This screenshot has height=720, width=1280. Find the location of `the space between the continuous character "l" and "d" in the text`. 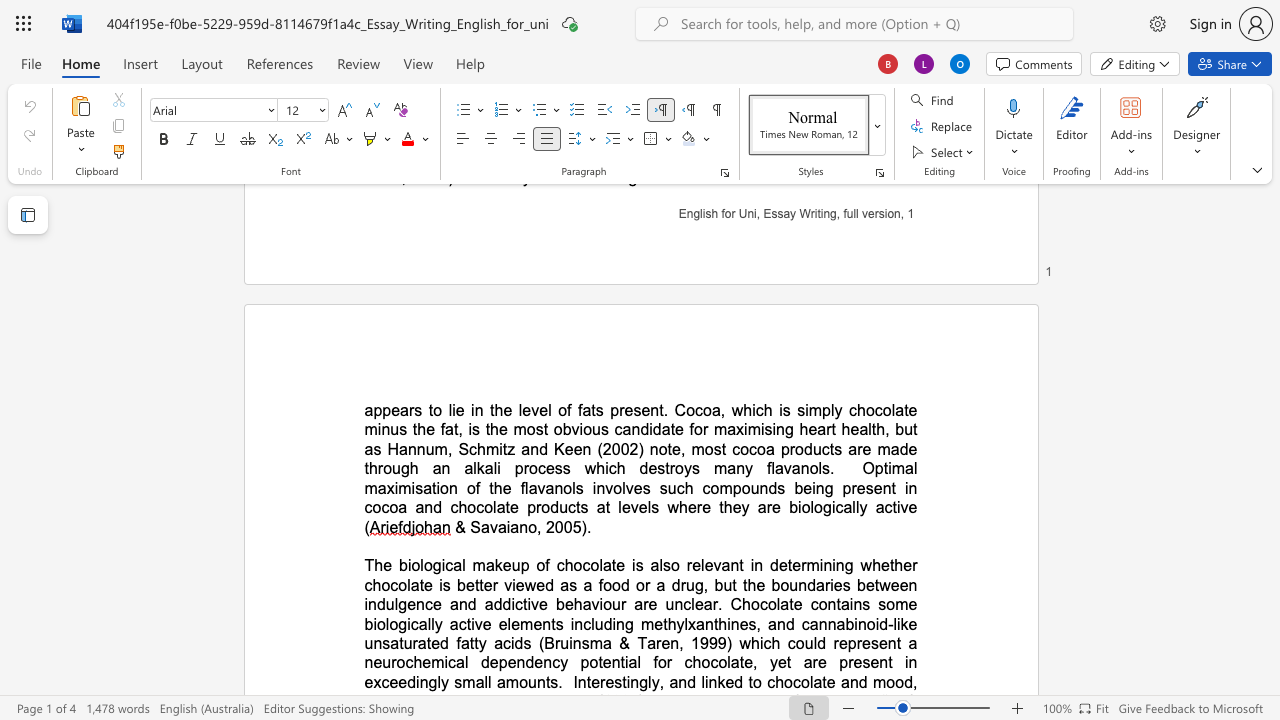

the space between the continuous character "l" and "d" in the text is located at coordinates (818, 643).